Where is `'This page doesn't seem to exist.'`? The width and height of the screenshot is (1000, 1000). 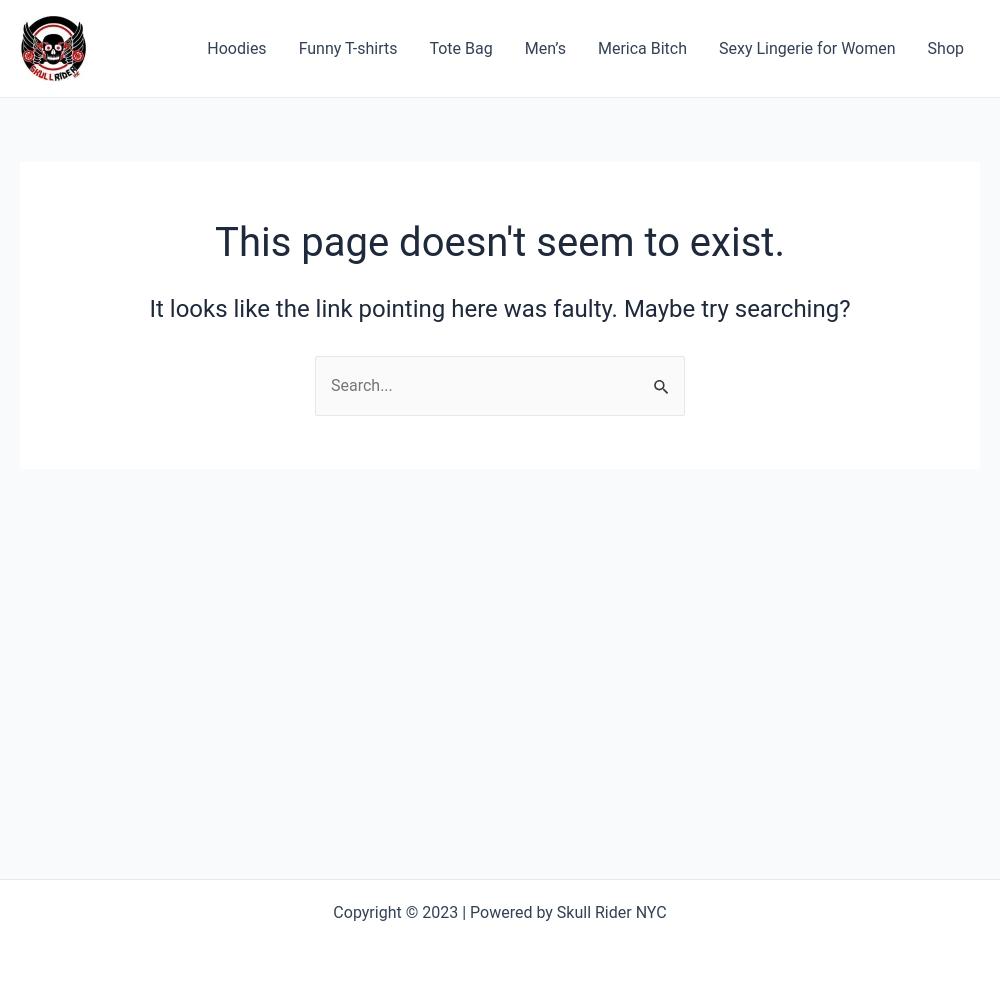
'This page doesn't seem to exist.' is located at coordinates (498, 241).